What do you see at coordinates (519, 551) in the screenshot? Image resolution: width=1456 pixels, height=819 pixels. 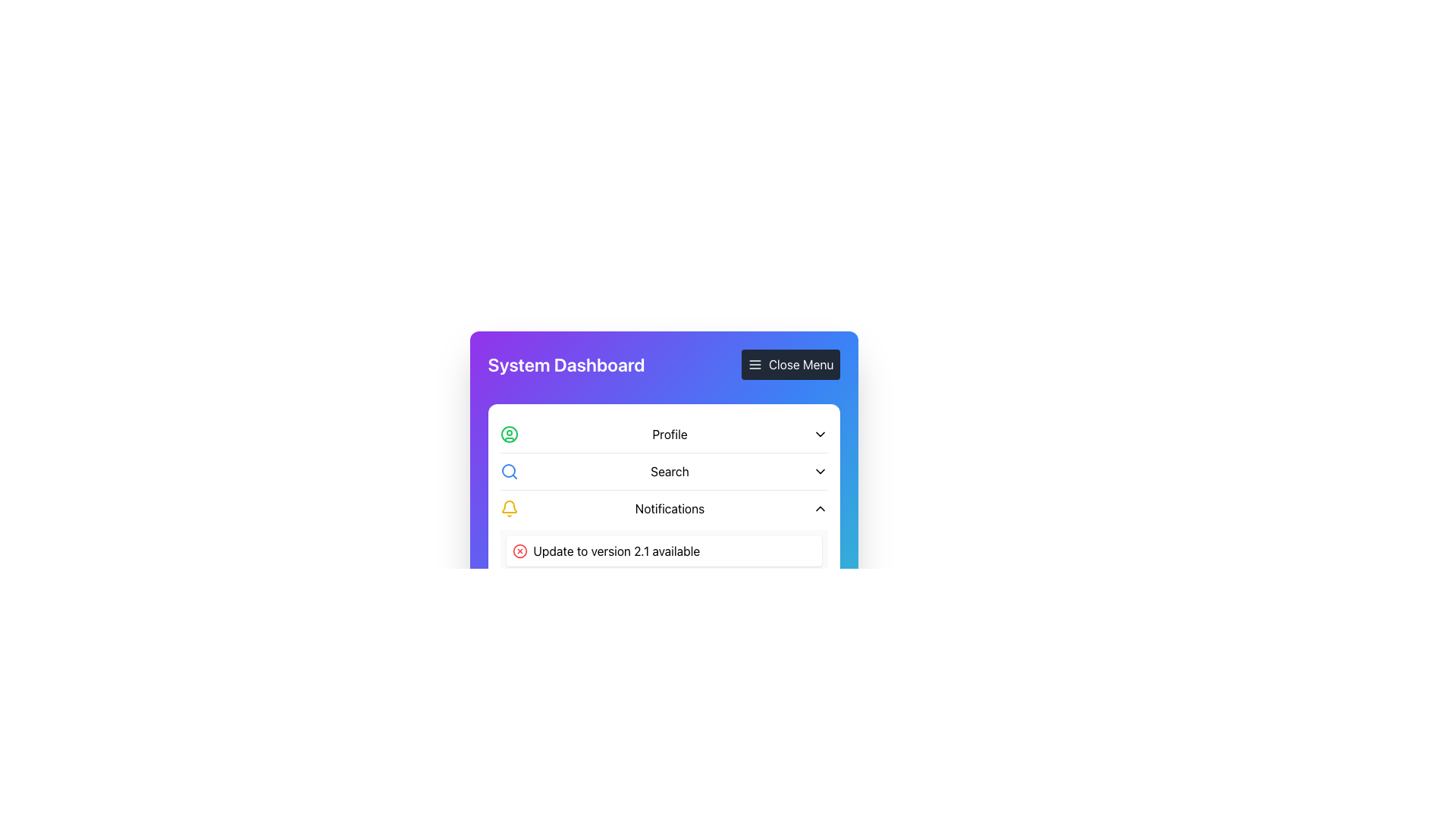 I see `the graphical content of the red circular component with a 10-unit radius, which is part of the cancel icon, located to the left of the 'Update to version 2.1 available' notification message` at bounding box center [519, 551].